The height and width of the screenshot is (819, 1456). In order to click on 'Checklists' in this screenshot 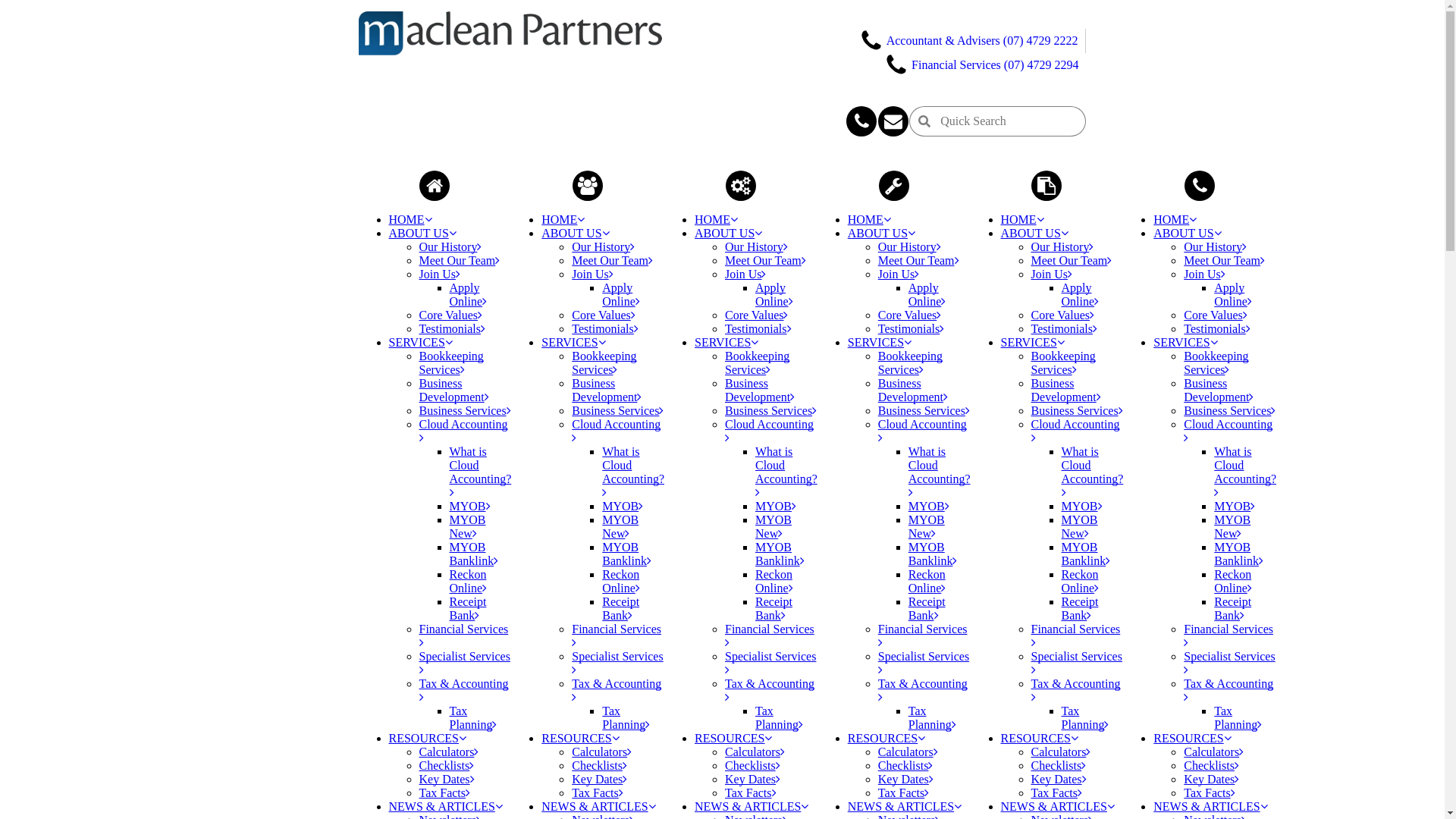, I will do `click(598, 765)`.